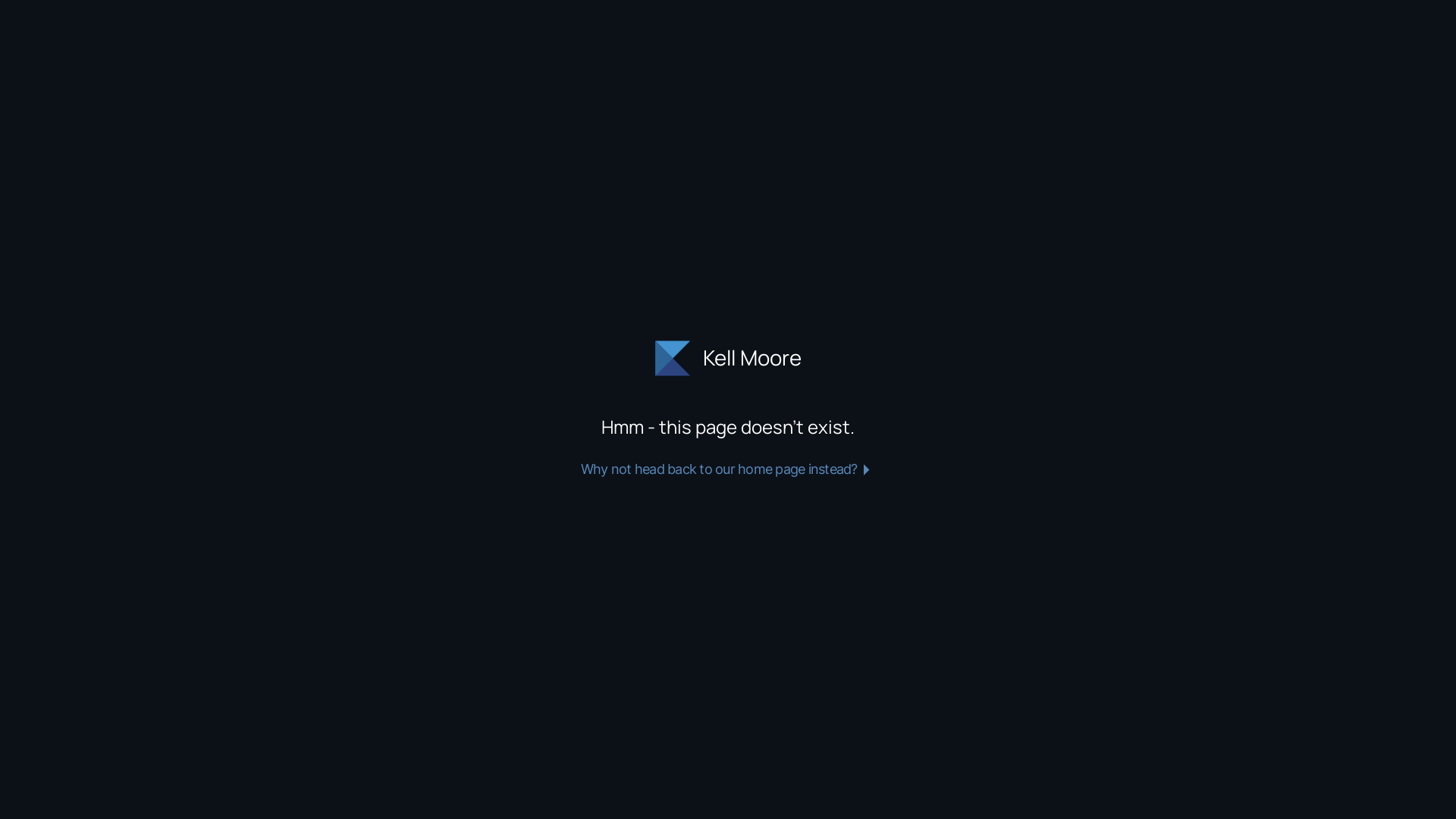 This screenshot has width=1456, height=819. Describe the element at coordinates (728, 468) in the screenshot. I see `'Why not head back to our home page instead?'` at that location.